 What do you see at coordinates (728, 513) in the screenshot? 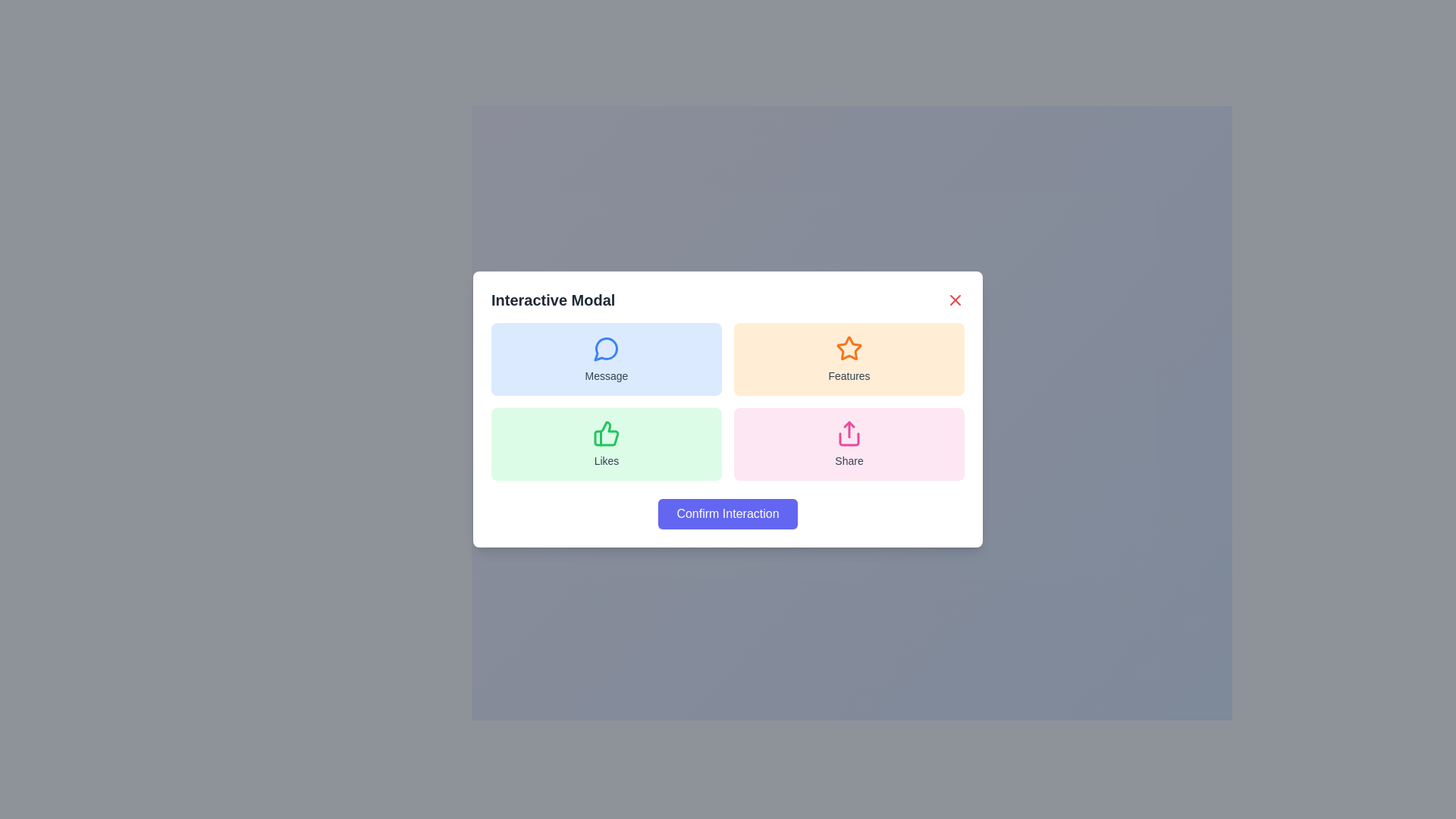
I see `the confirmation button located at the center-bottom of the modal dialog box` at bounding box center [728, 513].